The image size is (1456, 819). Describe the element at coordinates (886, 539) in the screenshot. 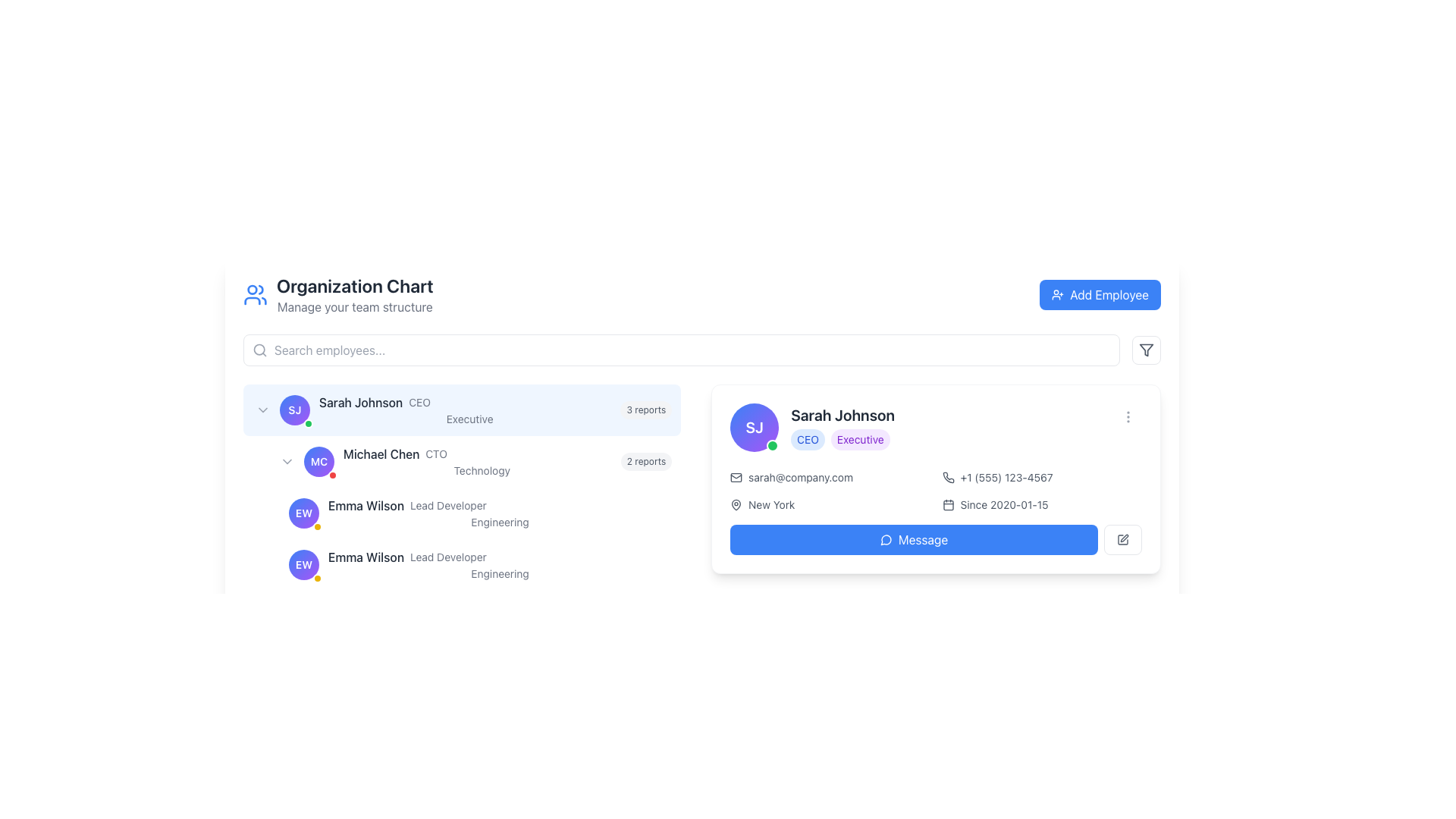

I see `the circular message bubble icon, which is outlined with a darker stroke and located inside the 'Message' button in the user's profile card area` at that location.